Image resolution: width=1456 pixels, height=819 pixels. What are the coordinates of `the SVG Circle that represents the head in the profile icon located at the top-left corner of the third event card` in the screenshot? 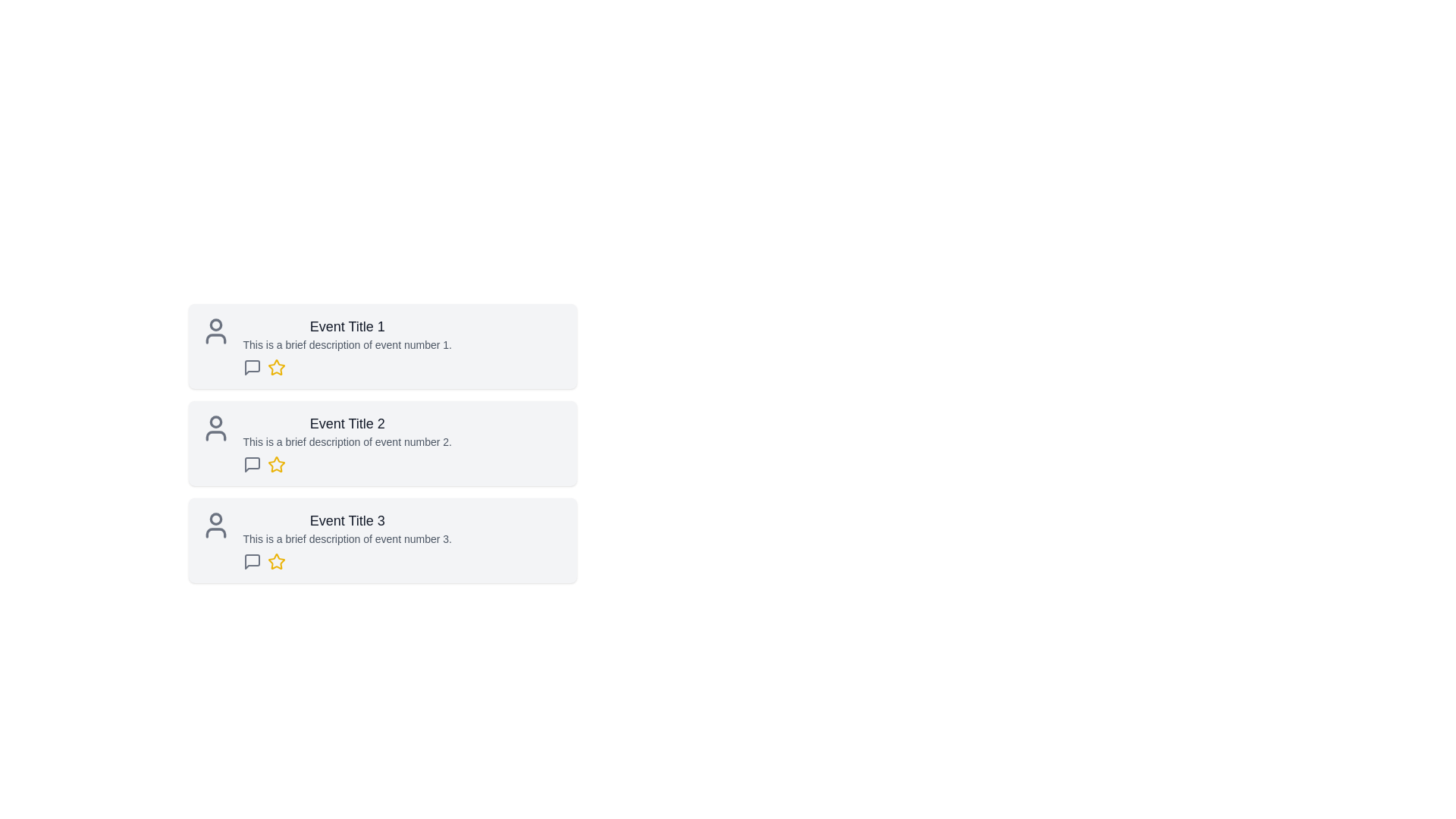 It's located at (215, 518).